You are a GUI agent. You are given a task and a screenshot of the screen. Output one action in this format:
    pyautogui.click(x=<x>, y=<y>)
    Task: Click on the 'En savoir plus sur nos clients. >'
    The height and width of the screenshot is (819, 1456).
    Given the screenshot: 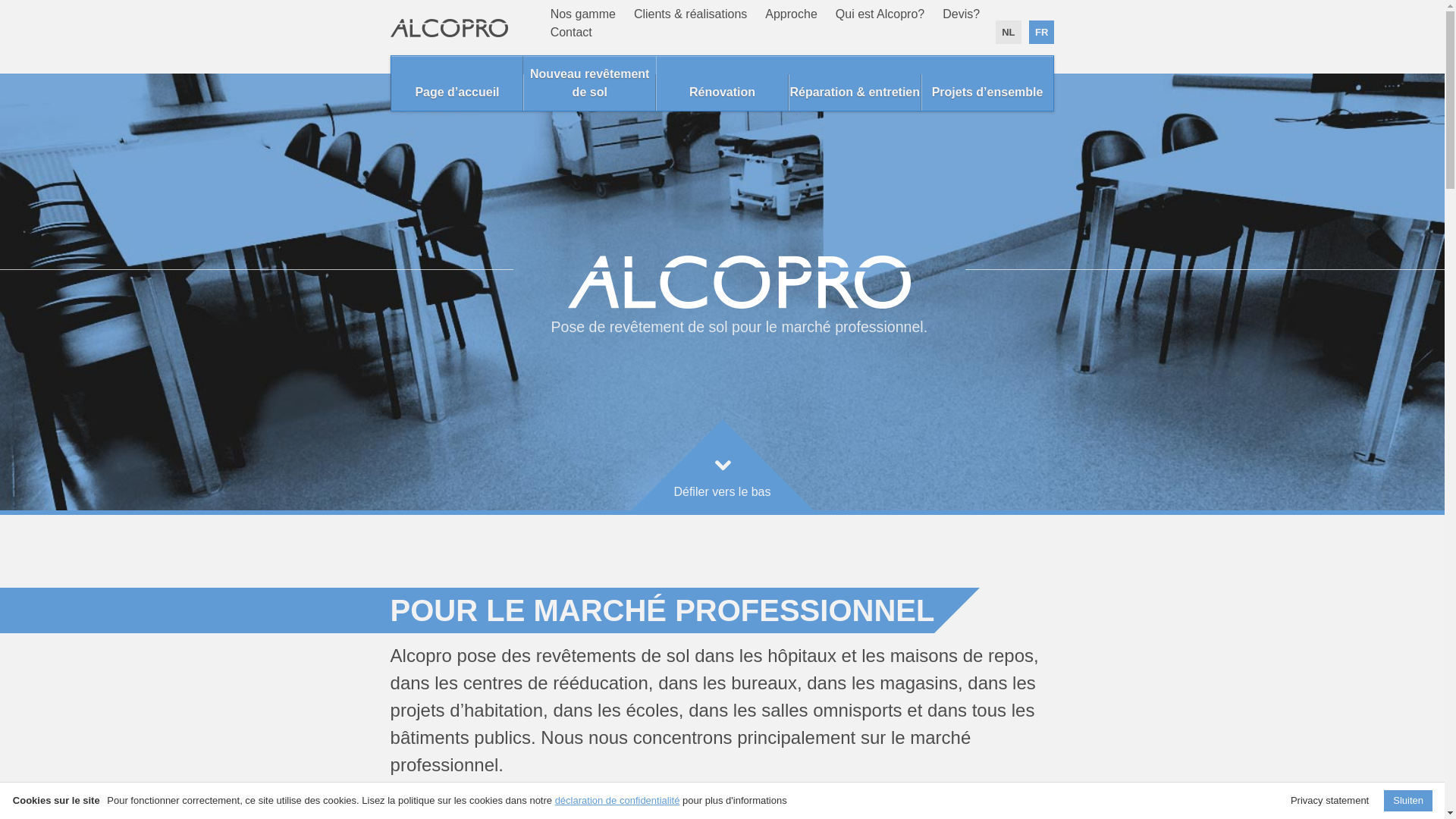 What is the action you would take?
    pyautogui.click(x=519, y=800)
    